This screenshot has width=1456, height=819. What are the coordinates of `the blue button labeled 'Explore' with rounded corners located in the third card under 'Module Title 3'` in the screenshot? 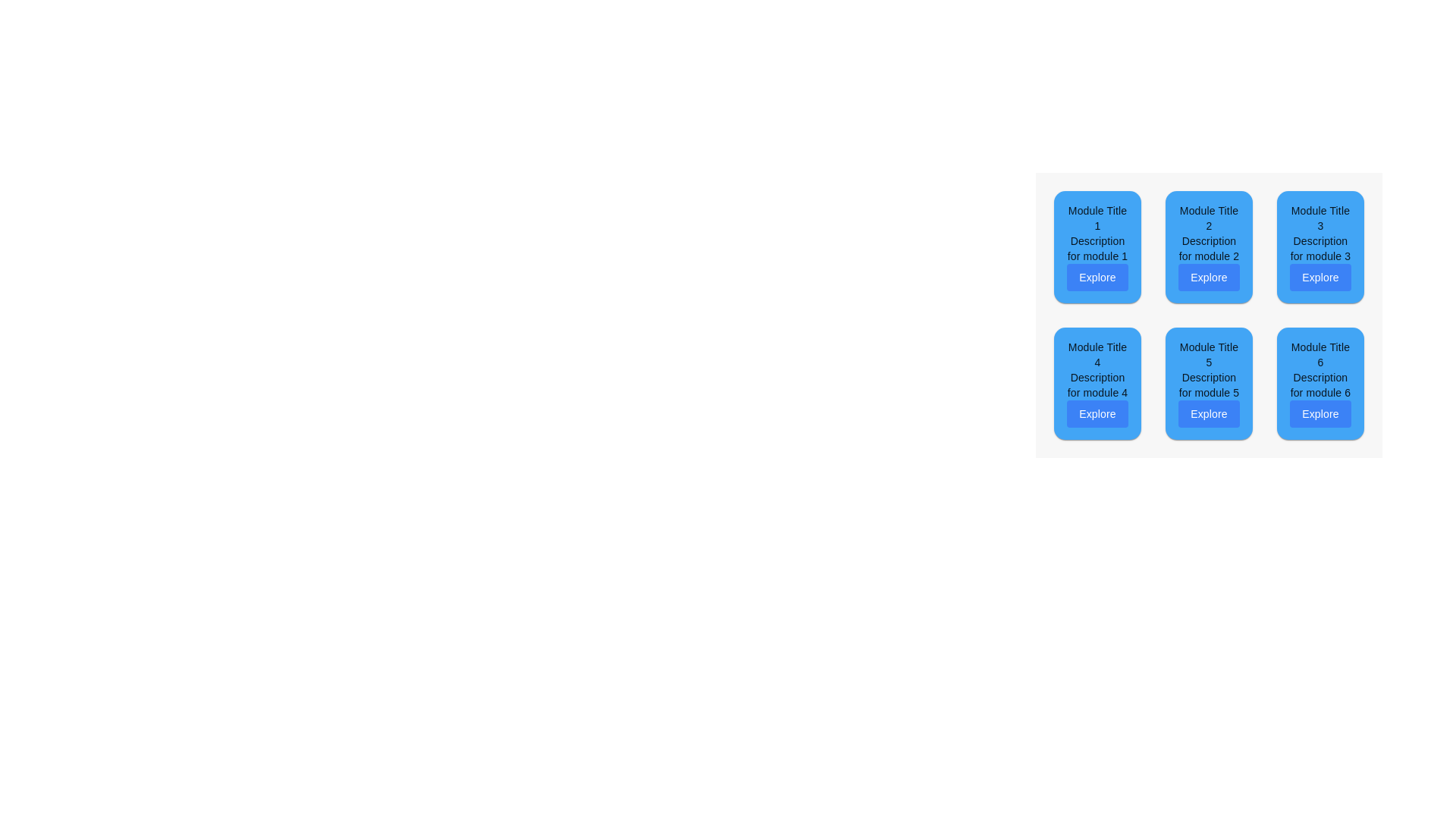 It's located at (1319, 278).